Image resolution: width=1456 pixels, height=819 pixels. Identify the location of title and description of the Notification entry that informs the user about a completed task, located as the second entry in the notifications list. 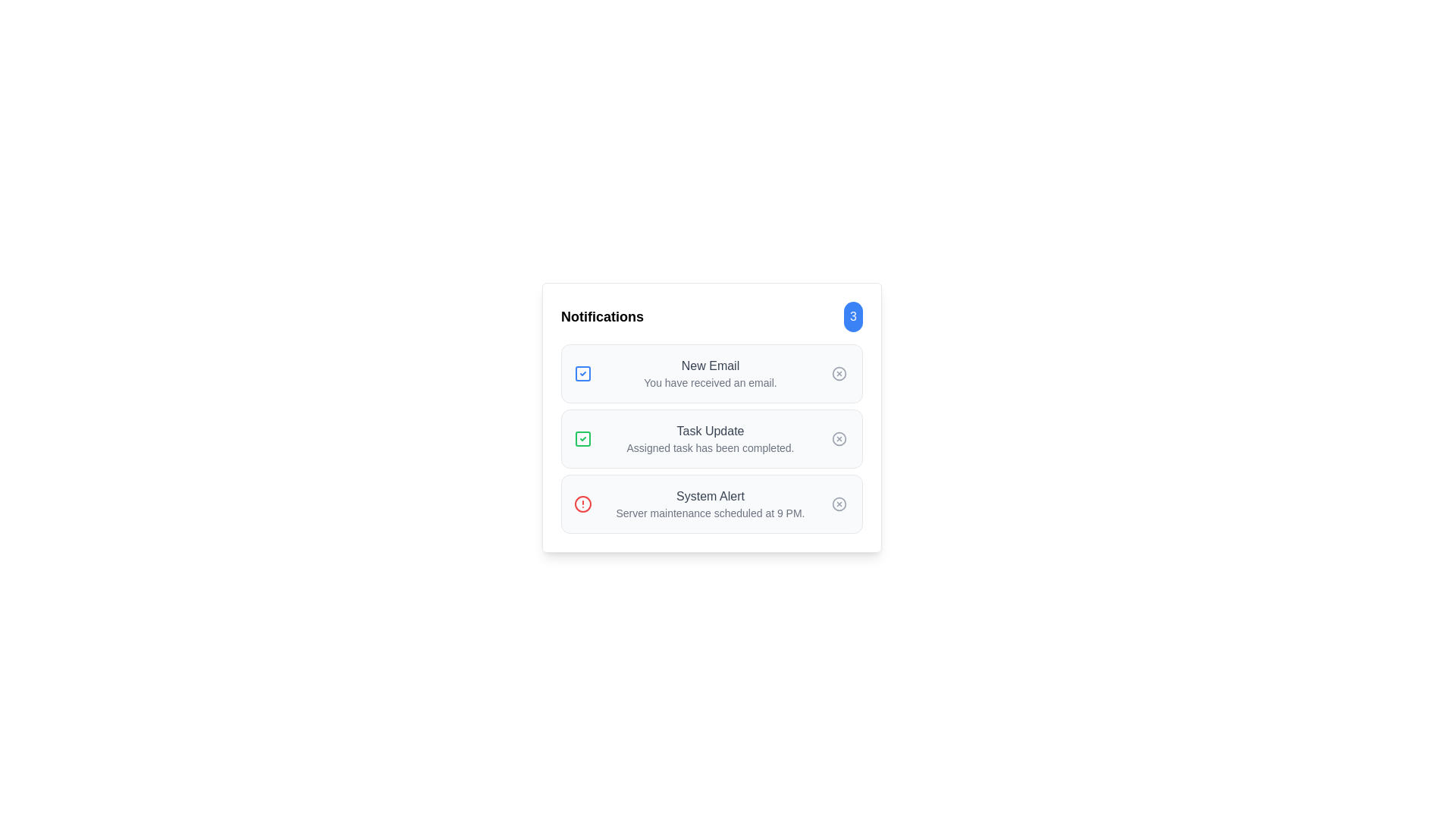
(711, 438).